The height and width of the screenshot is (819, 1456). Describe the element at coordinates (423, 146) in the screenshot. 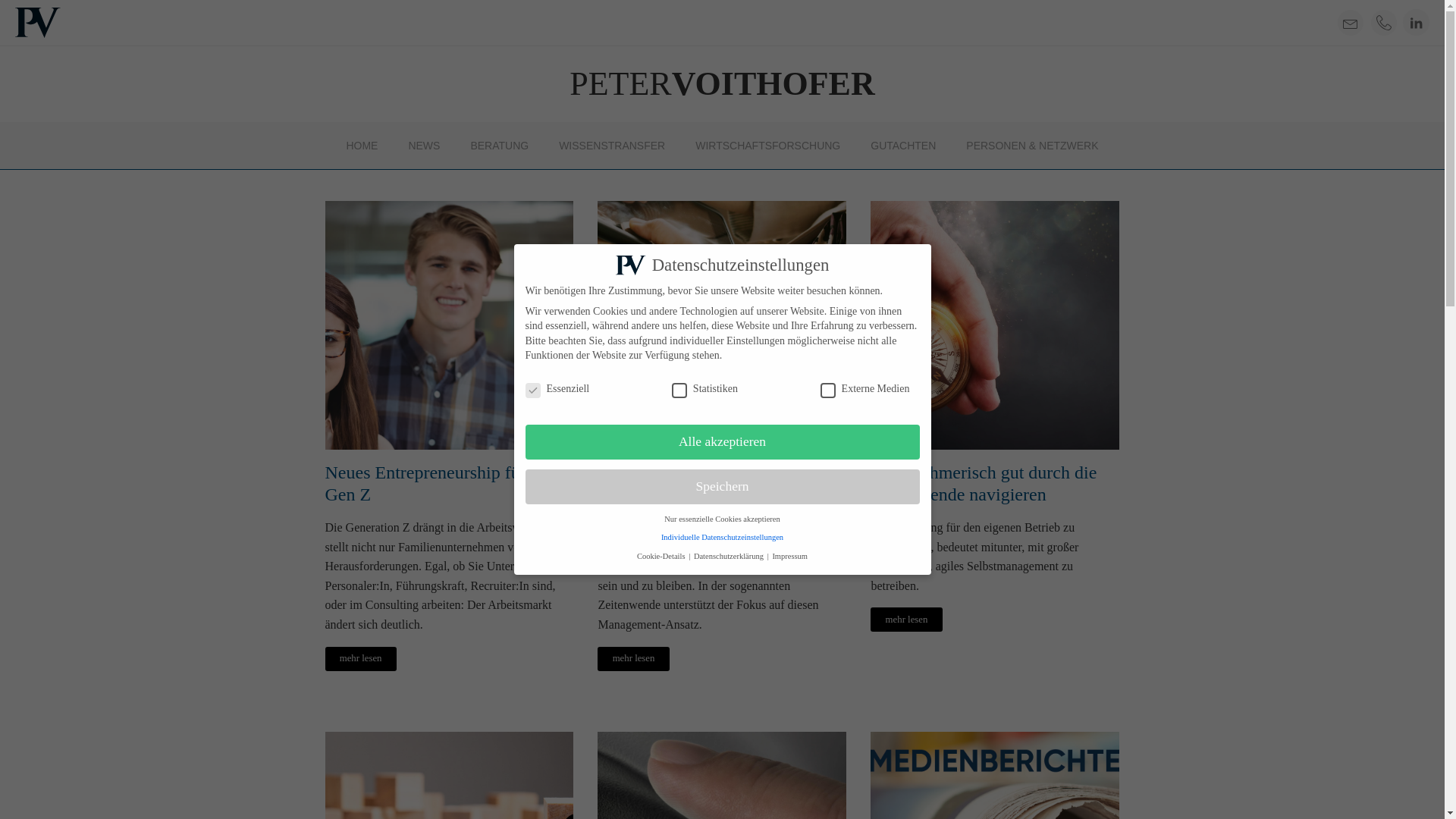

I see `'NEWS'` at that location.